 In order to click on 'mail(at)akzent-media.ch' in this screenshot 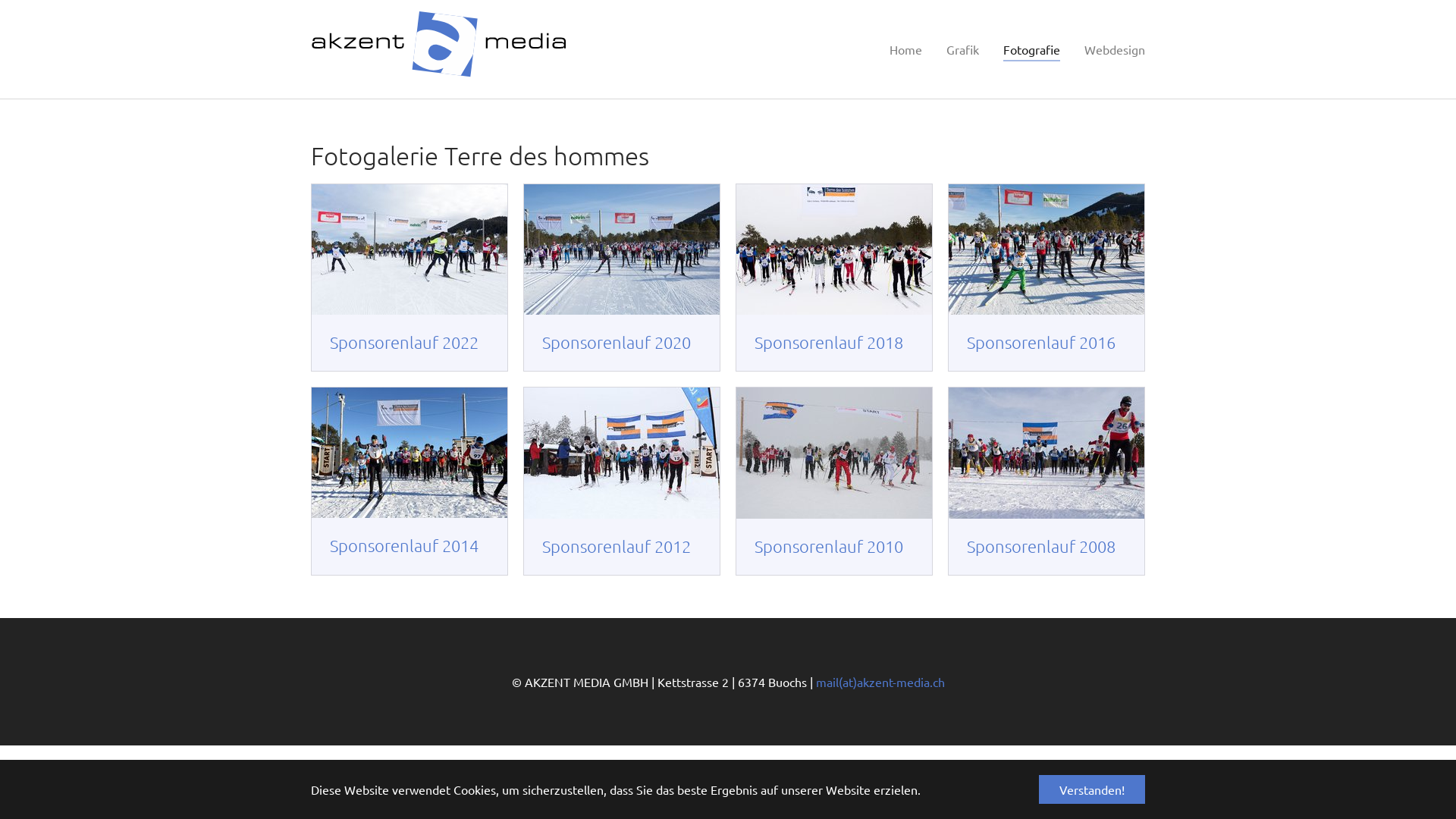, I will do `click(883, 680)`.